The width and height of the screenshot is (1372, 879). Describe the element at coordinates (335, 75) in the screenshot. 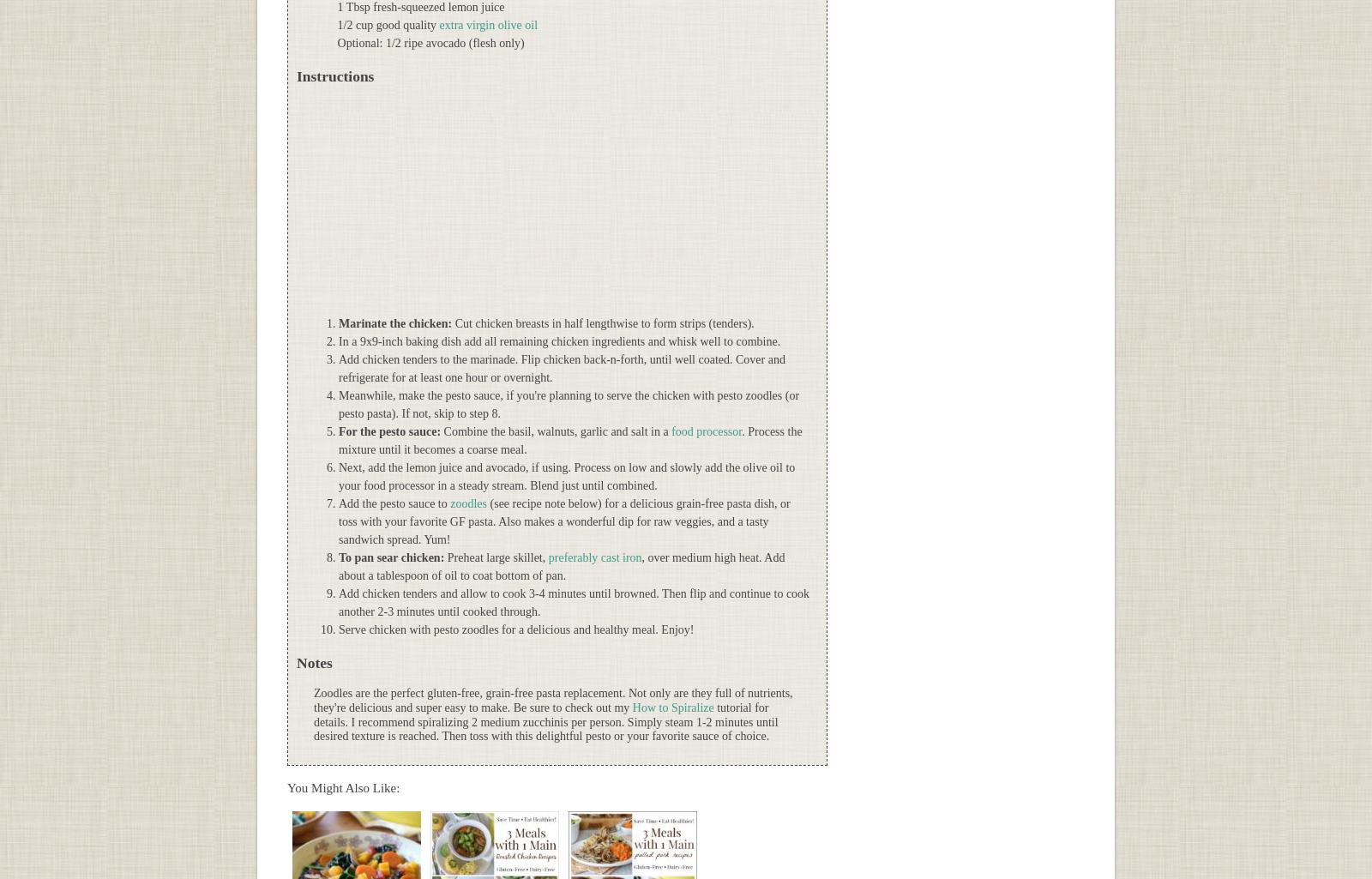

I see `'Instructions'` at that location.